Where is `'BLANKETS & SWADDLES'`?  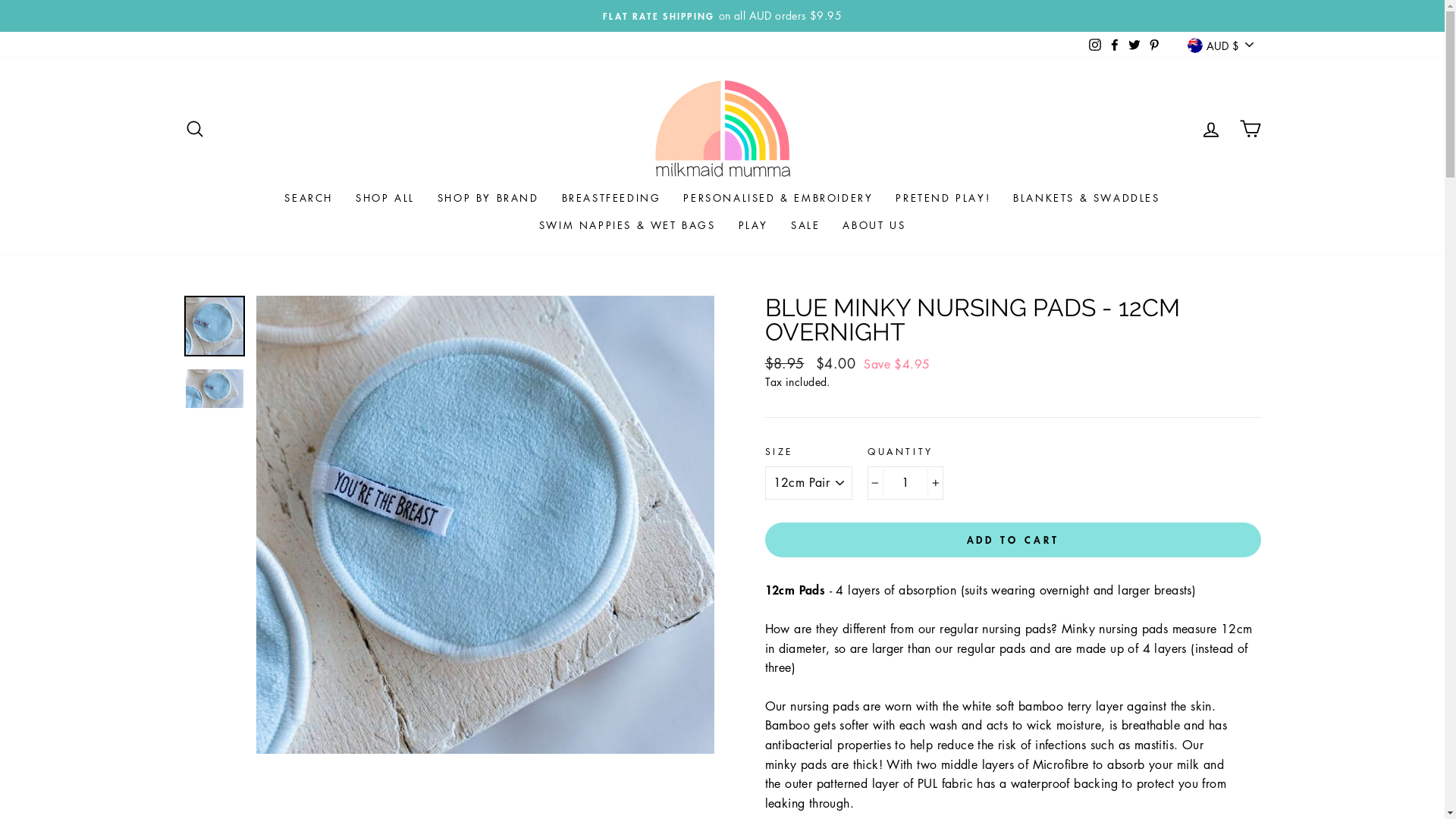
'BLANKETS & SWADDLES' is located at coordinates (1001, 197).